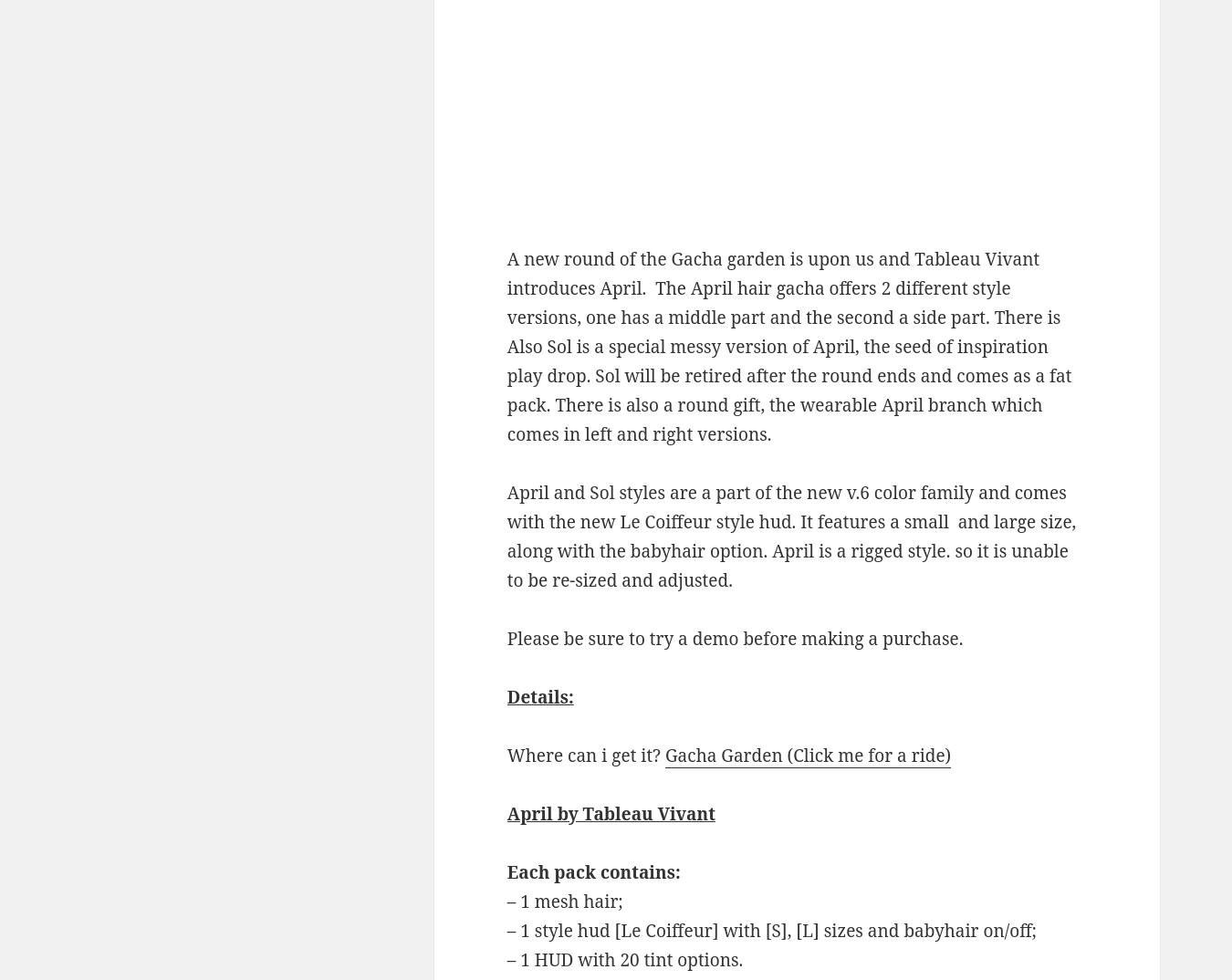 Image resolution: width=1232 pixels, height=980 pixels. I want to click on 'April and Sol styles are a part of the new v.6 color family and comes with the new Le Coiffeur style hud. It features a small  and large size, along with the babyhair option. April is a rigged style. so it is unable to be re-sized and adjusted.', so click(790, 536).